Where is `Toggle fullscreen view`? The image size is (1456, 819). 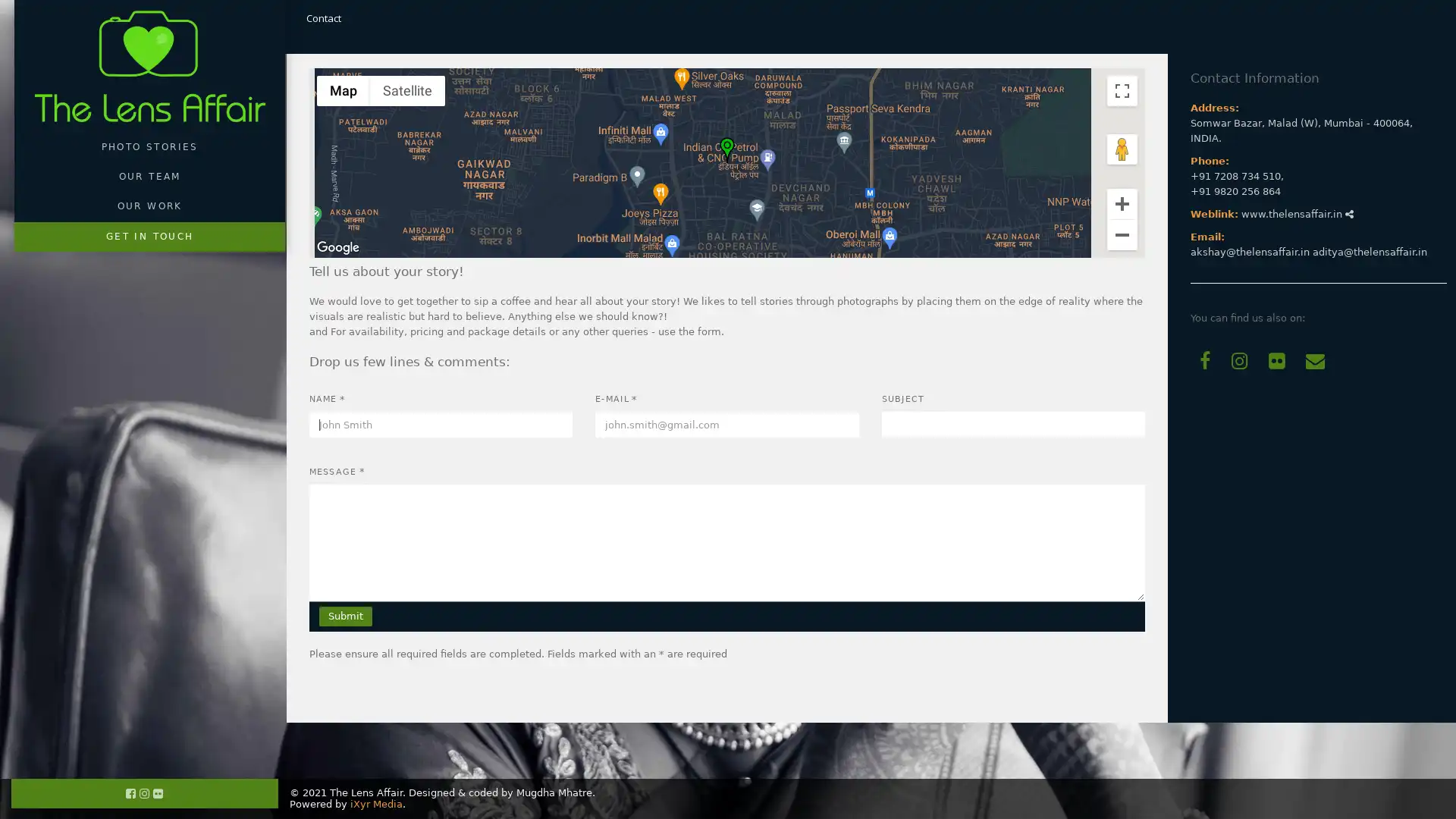
Toggle fullscreen view is located at coordinates (1122, 90).